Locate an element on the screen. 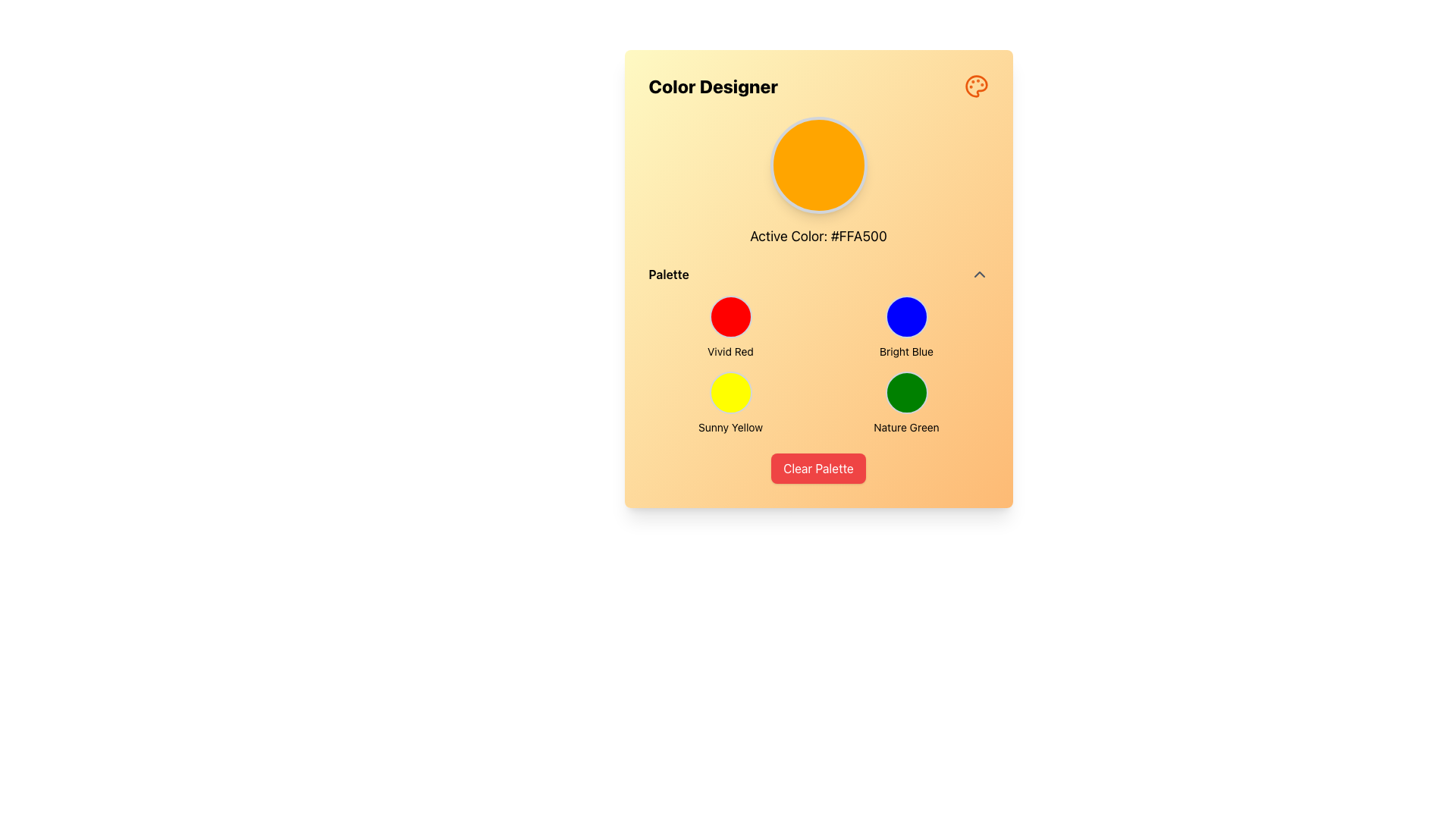 The width and height of the screenshot is (1456, 819). the clear/reset button located at the bottom center of the user interface to reset the current color palette selection is located at coordinates (817, 467).